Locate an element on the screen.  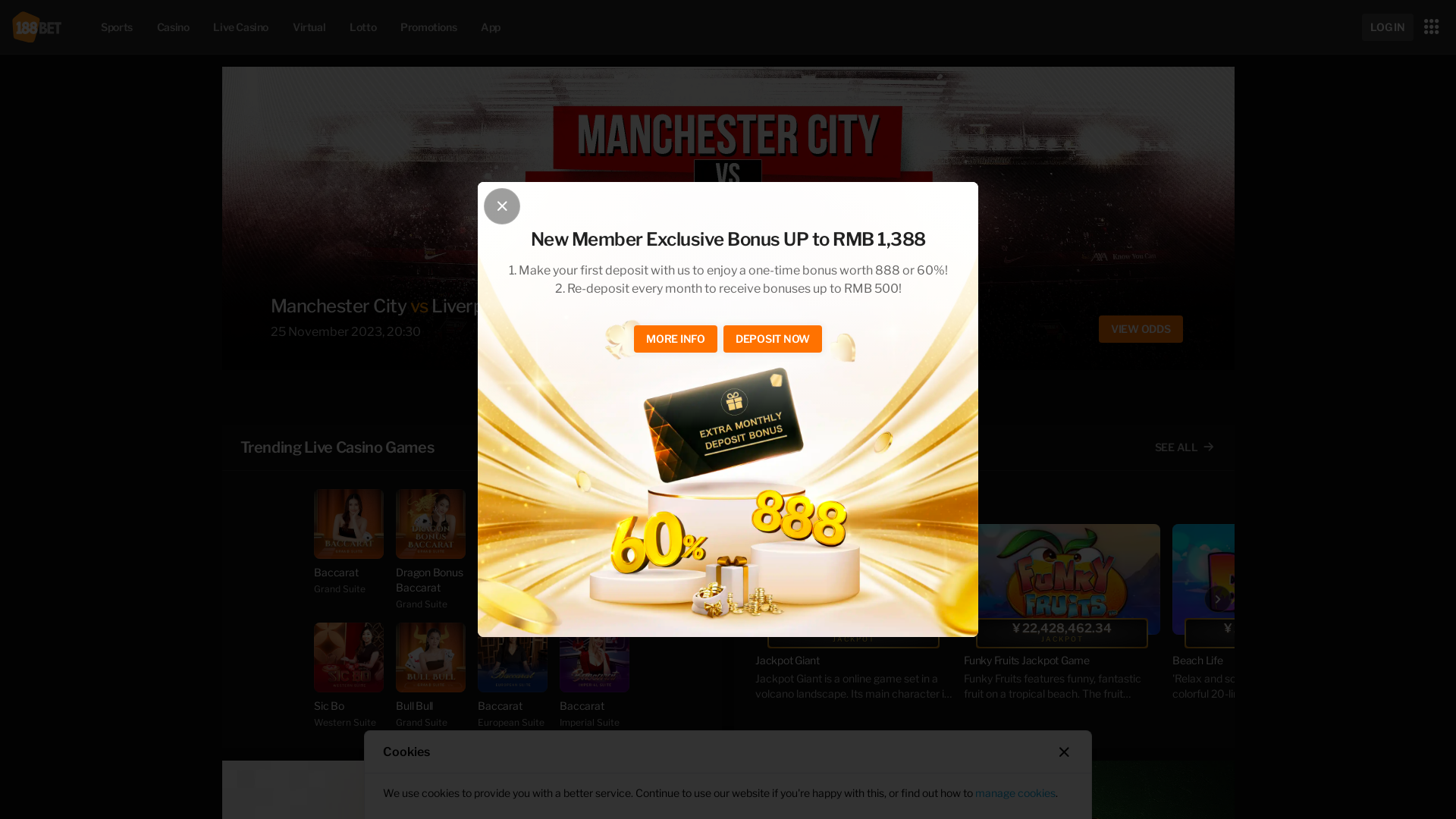
'Virtual' is located at coordinates (308, 26).